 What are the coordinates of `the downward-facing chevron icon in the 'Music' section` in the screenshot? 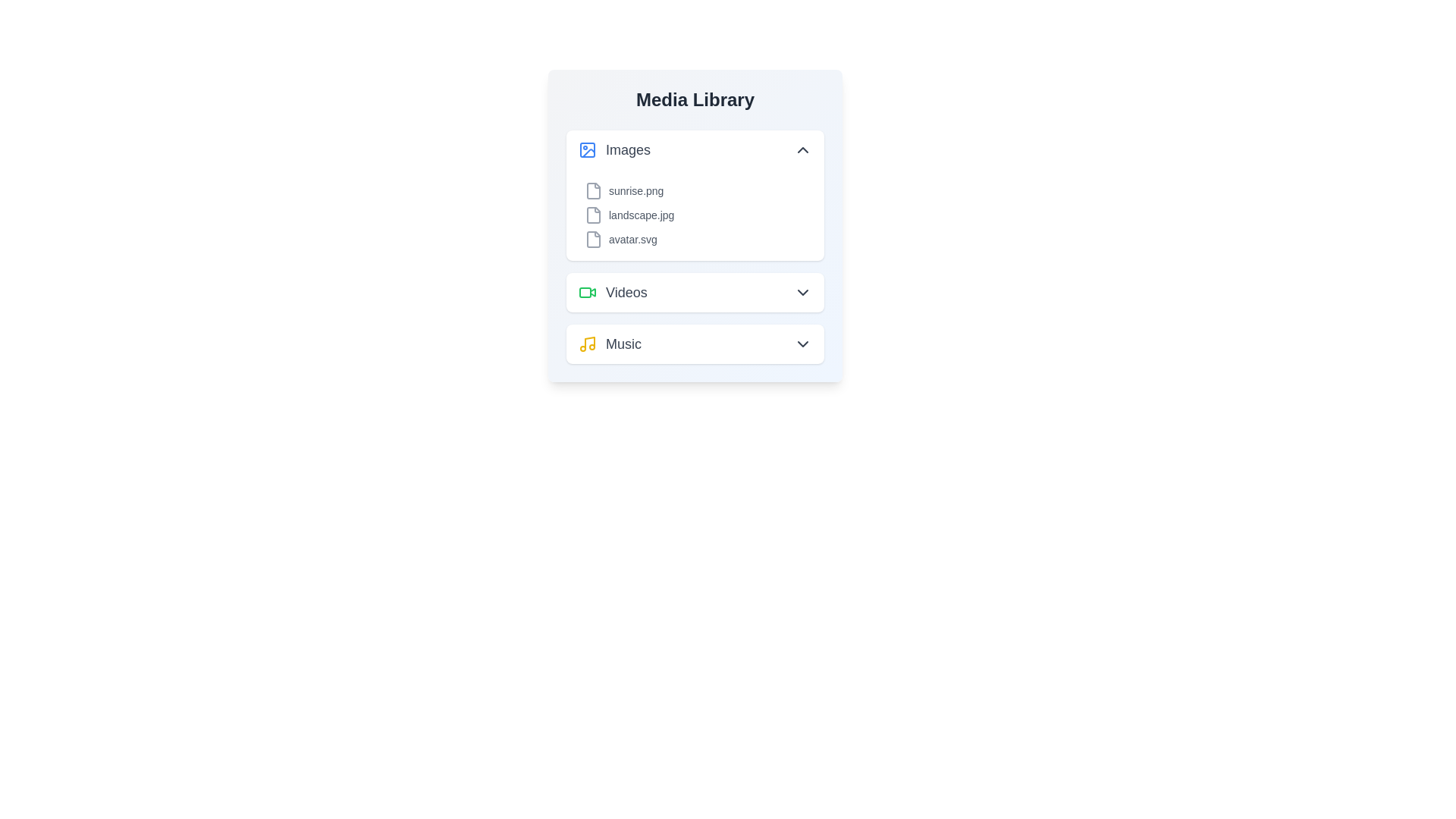 It's located at (802, 344).